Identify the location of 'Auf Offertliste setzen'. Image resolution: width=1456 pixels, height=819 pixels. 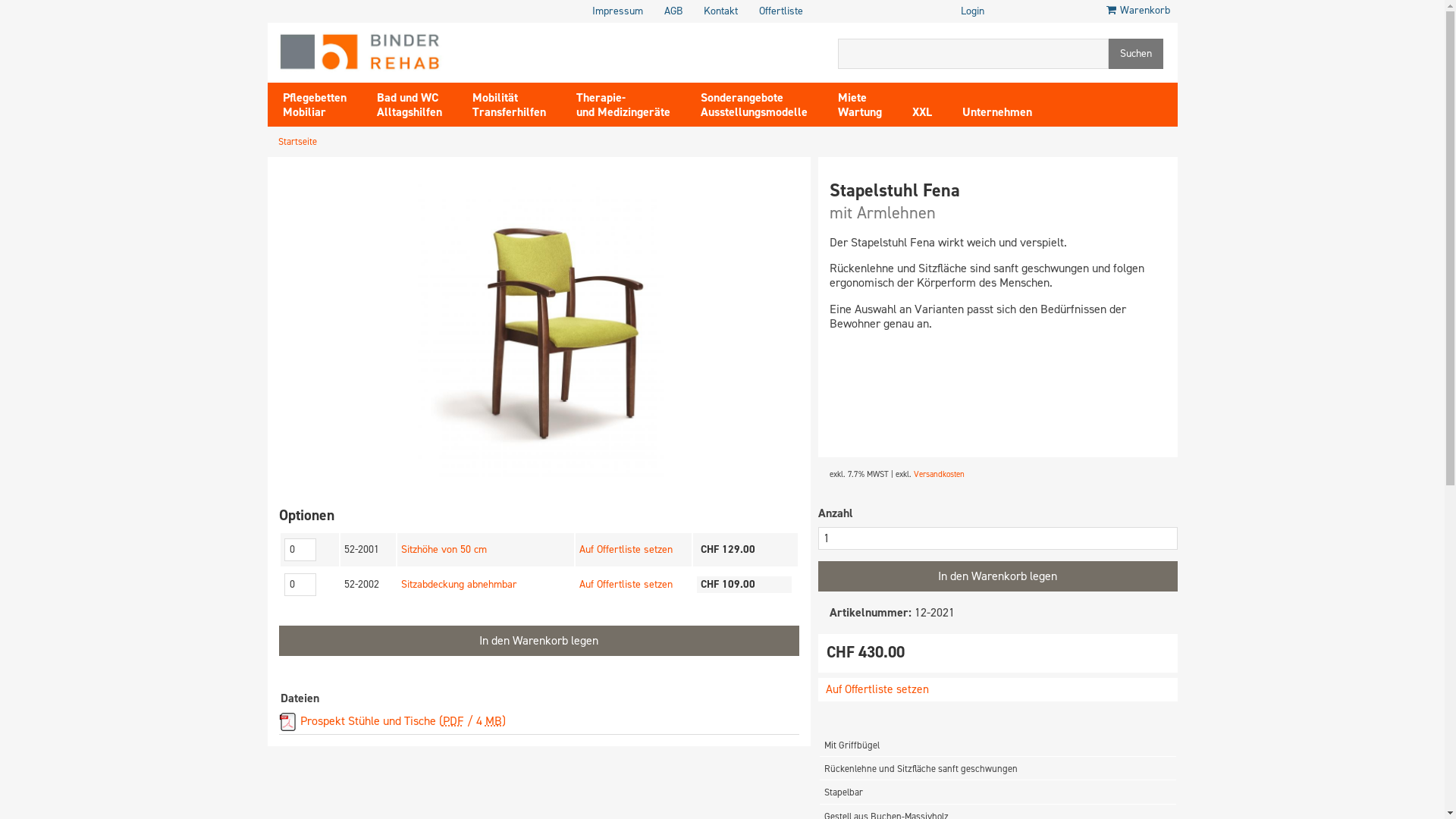
(626, 549).